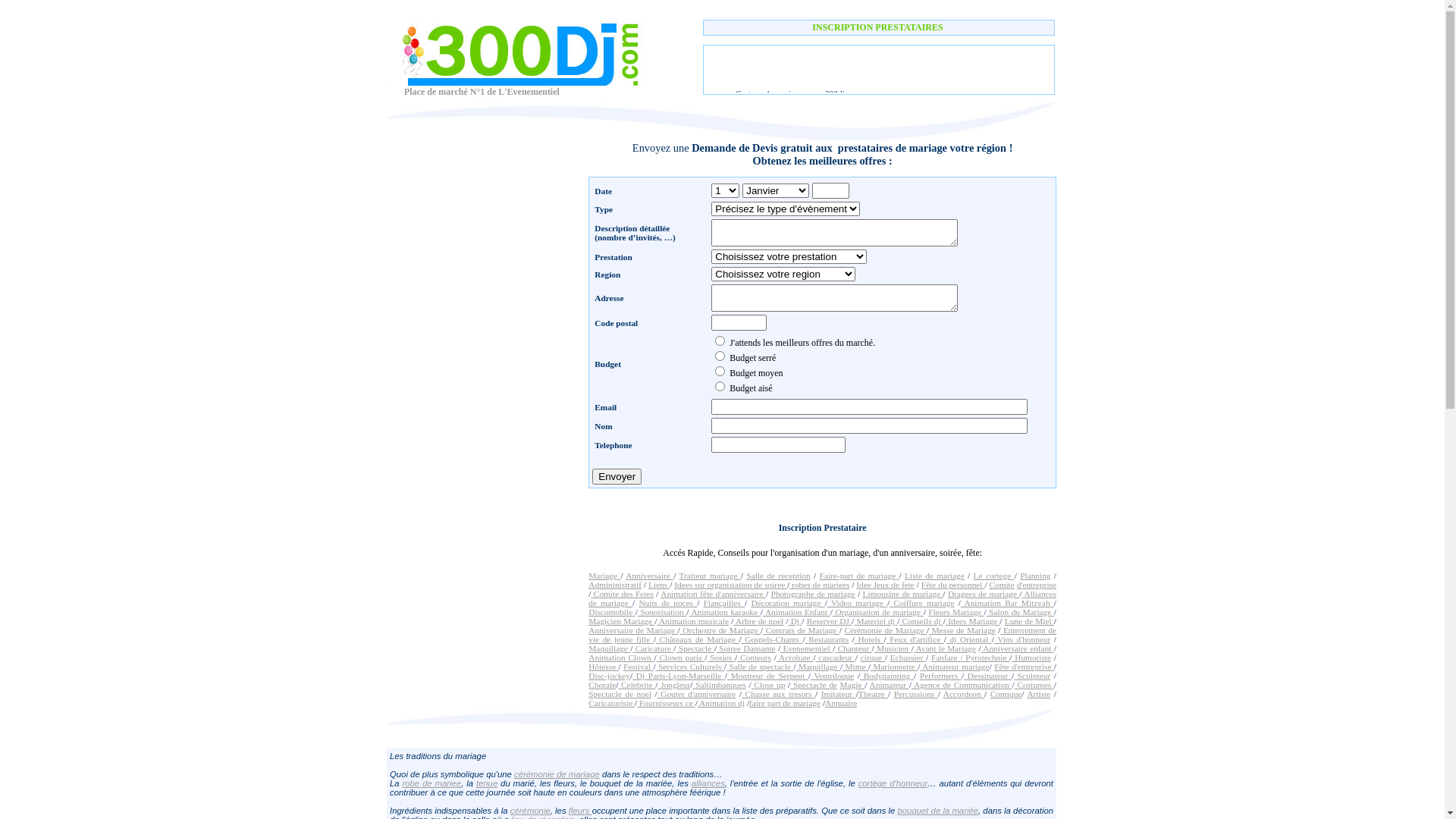  Describe the element at coordinates (818, 584) in the screenshot. I see `'robes de mariees'` at that location.